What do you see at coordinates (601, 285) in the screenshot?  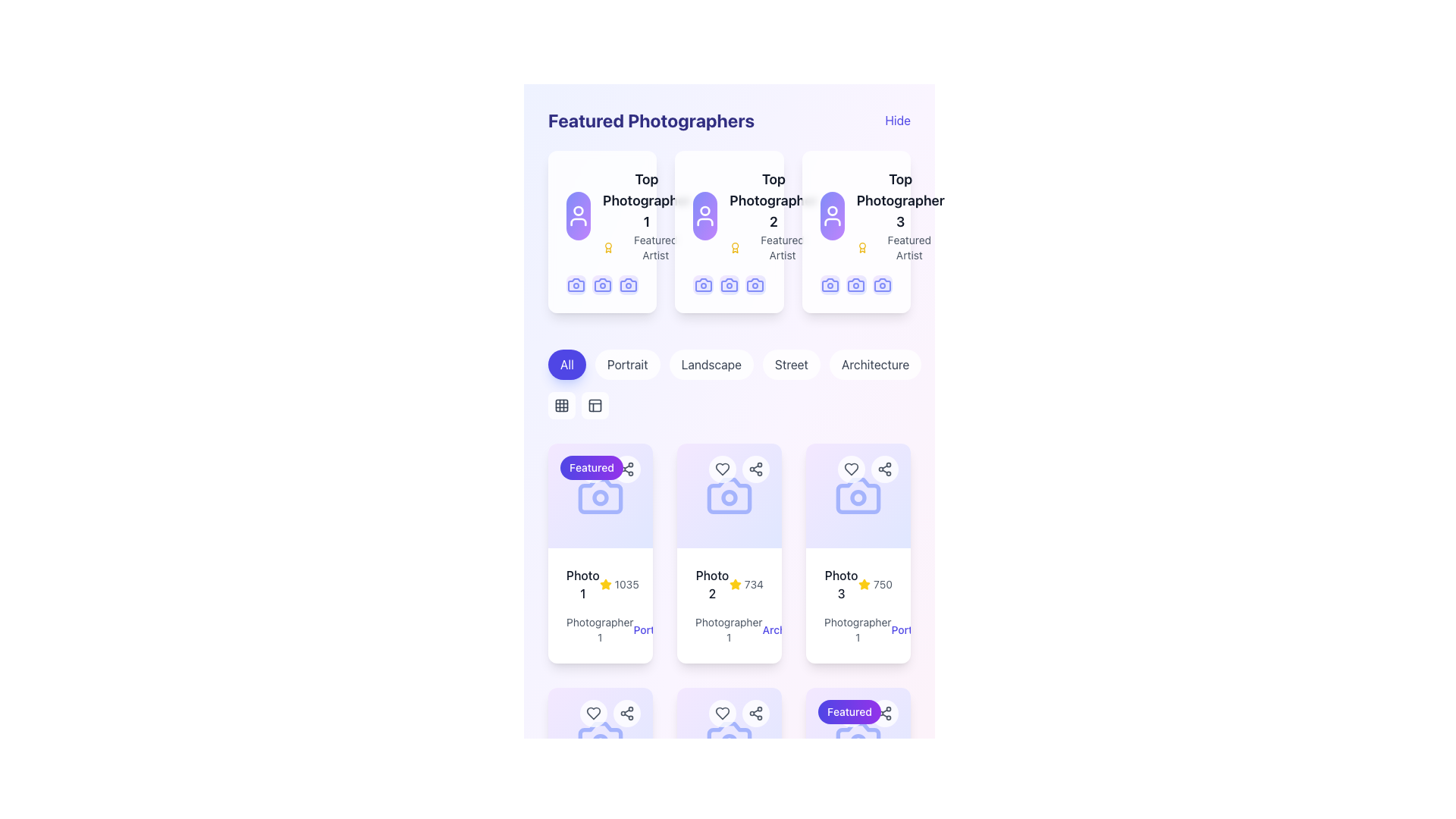 I see `the second camera icon, which is indigo and has a line-drawing style, located beneath the 'Top Photographer 1' card in the 'Featured Photographers' section` at bounding box center [601, 285].